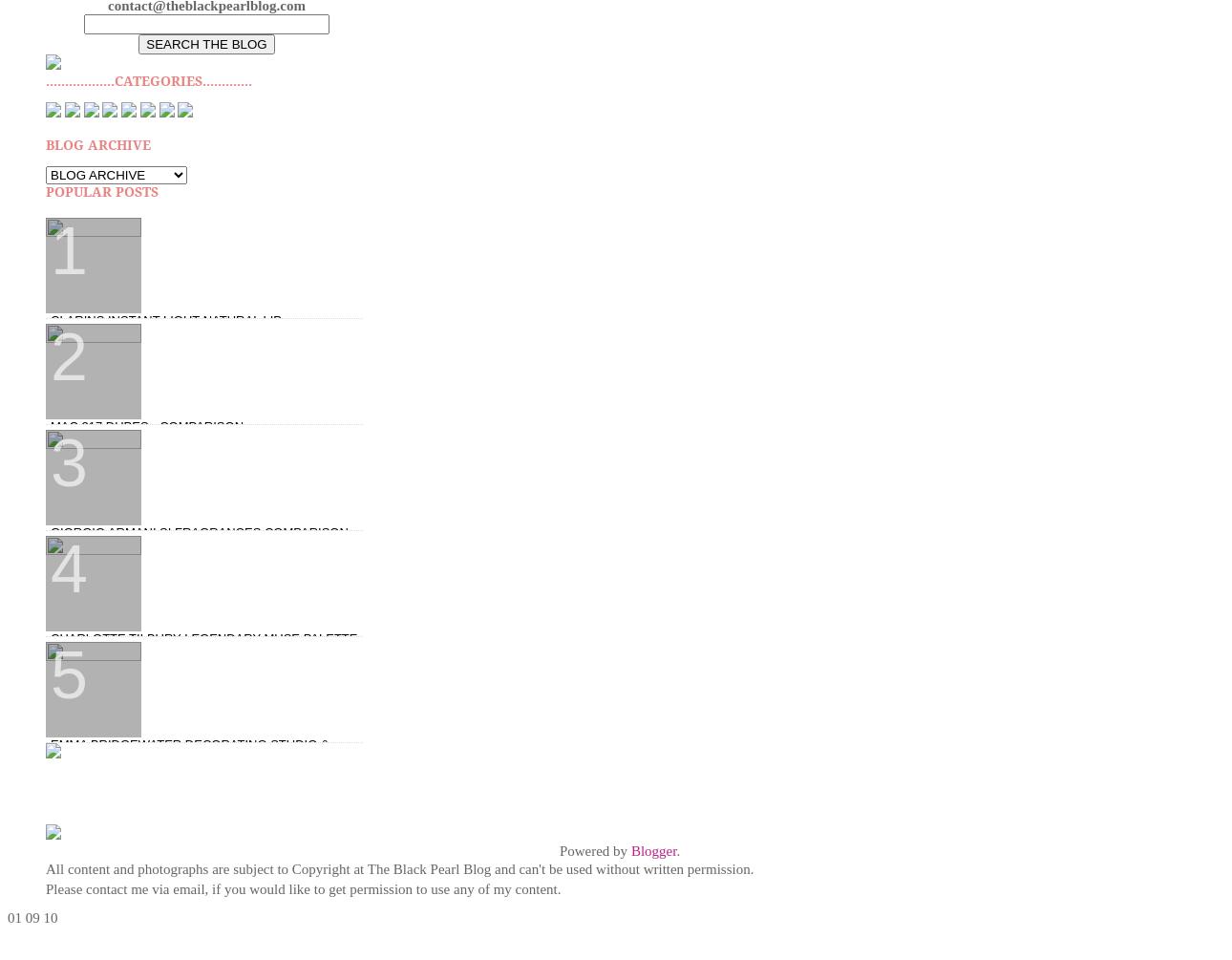 Image resolution: width=1232 pixels, height=960 pixels. I want to click on 'All content and photographs are subject to', so click(167, 867).